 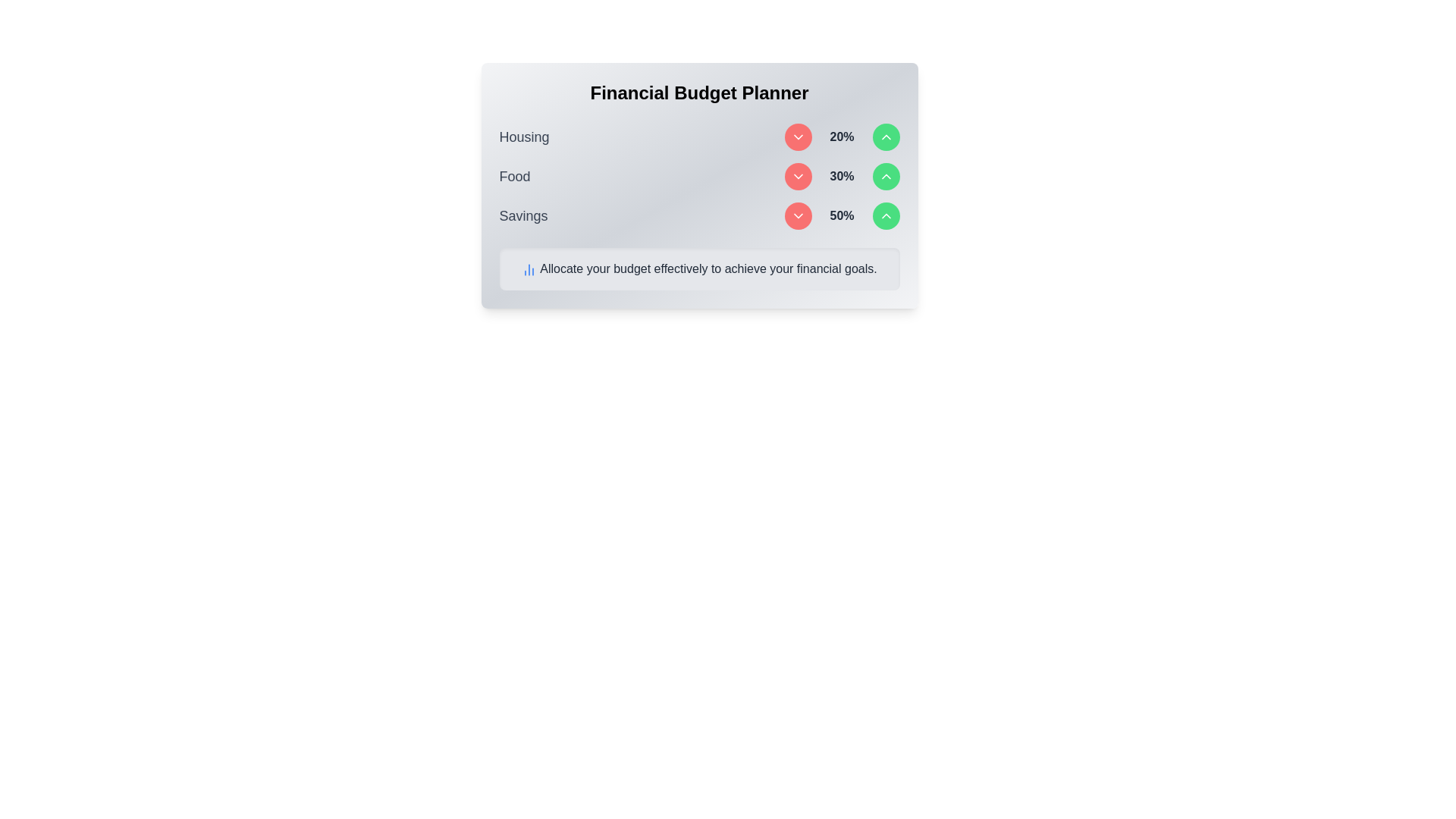 What do you see at coordinates (841, 175) in the screenshot?
I see `the non-interactive Text label displaying the allocation of 30% for the 'Food' category, which is positioned between a red downward arrow and a green upward arrow` at bounding box center [841, 175].